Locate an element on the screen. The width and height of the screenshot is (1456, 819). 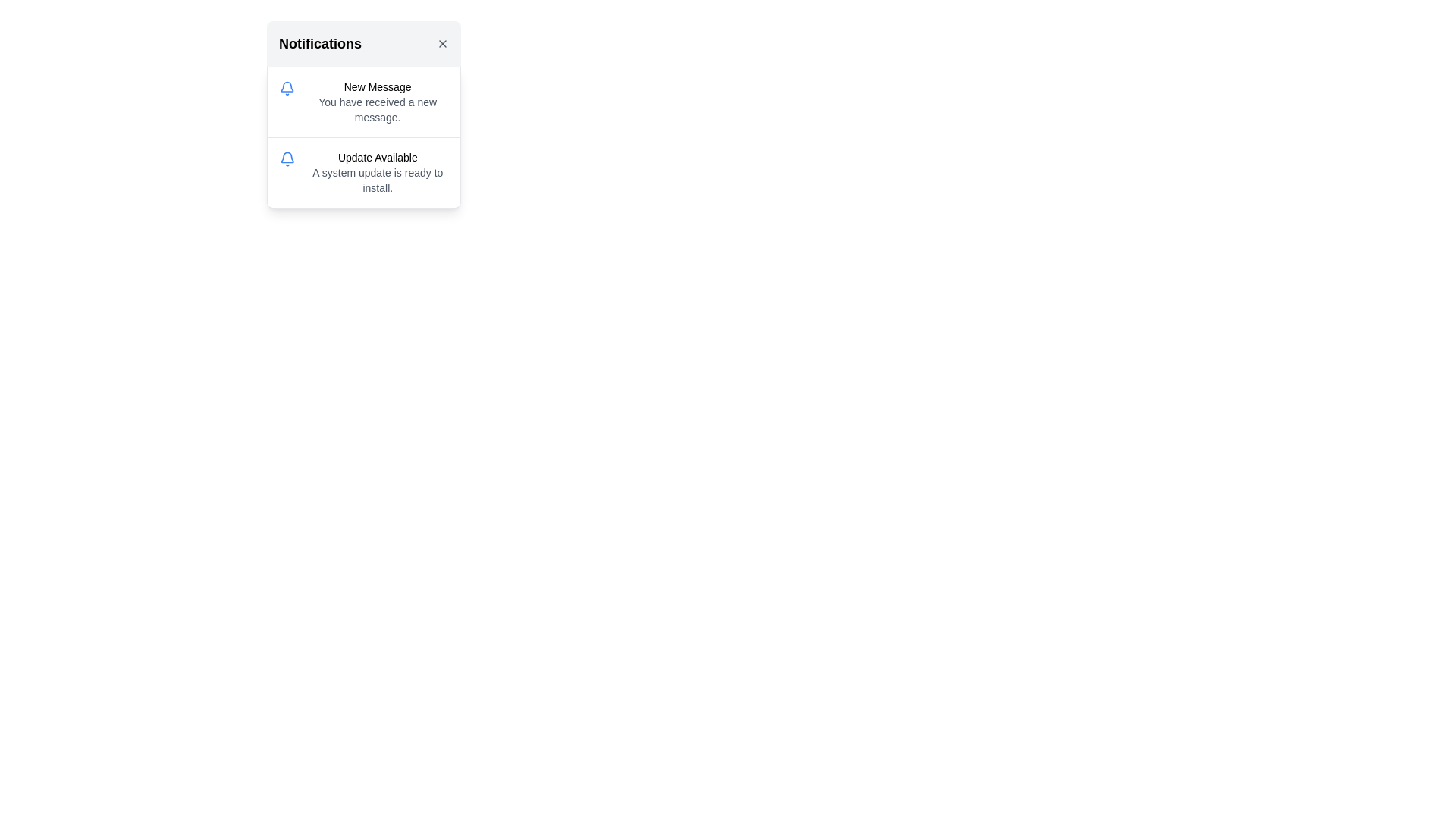
the second notification item in the list that contains the text 'Update Available' and 'A system update is ready to install' is located at coordinates (364, 171).